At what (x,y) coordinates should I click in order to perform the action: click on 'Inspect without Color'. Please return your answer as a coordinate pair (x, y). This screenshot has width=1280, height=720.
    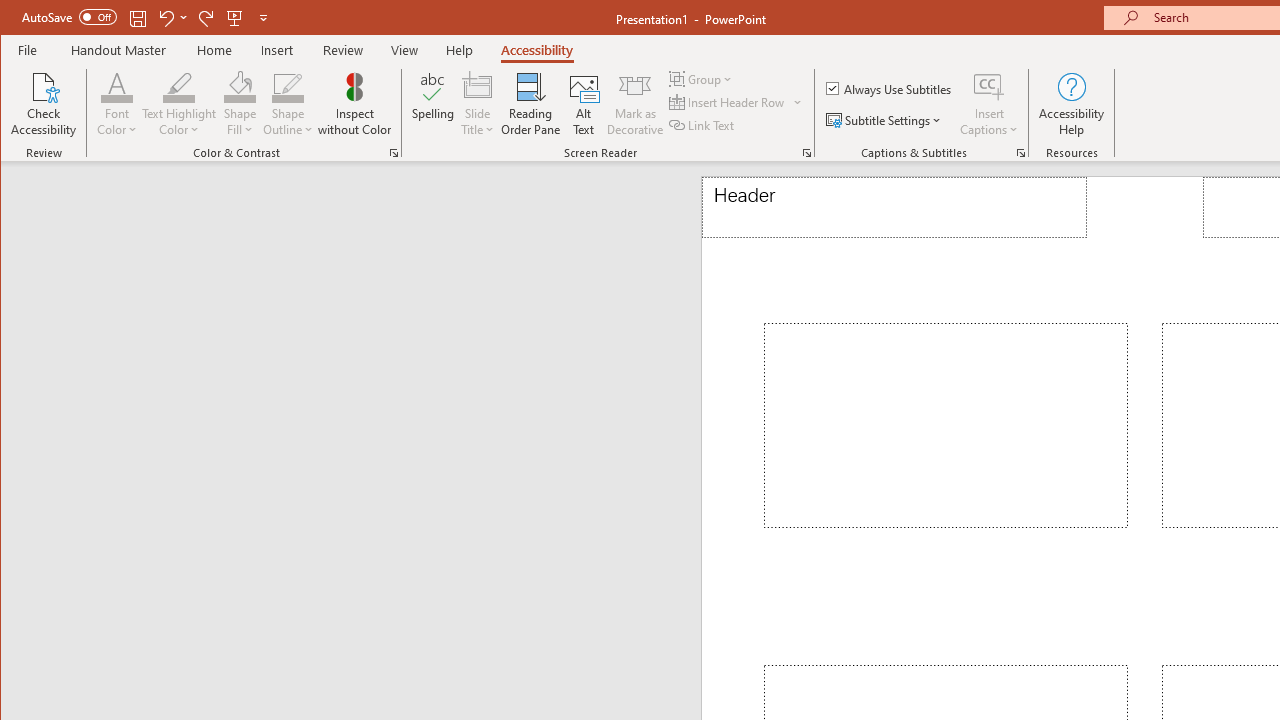
    Looking at the image, I should click on (355, 104).